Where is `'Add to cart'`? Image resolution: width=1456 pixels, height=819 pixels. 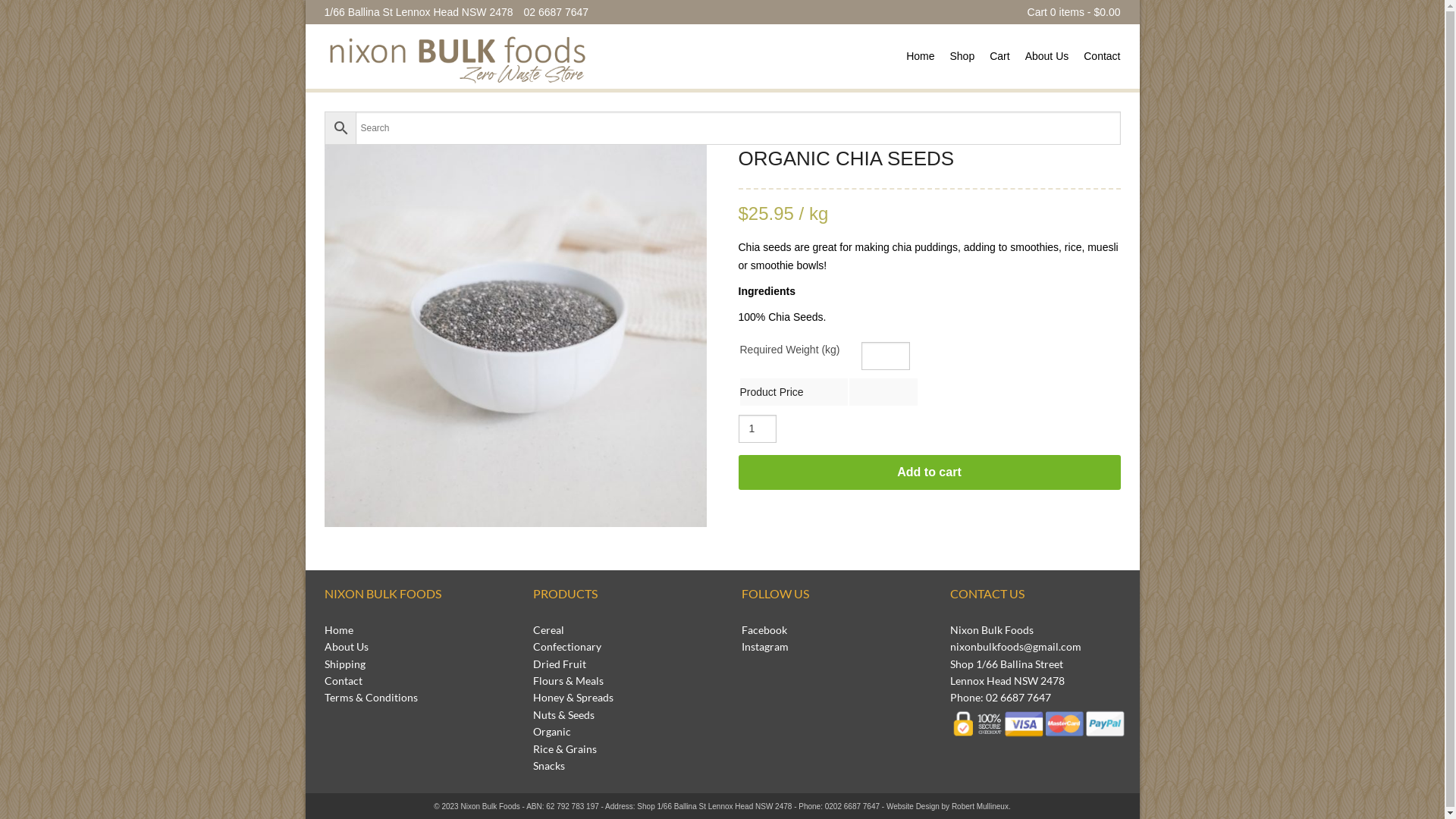 'Add to cart' is located at coordinates (739, 472).